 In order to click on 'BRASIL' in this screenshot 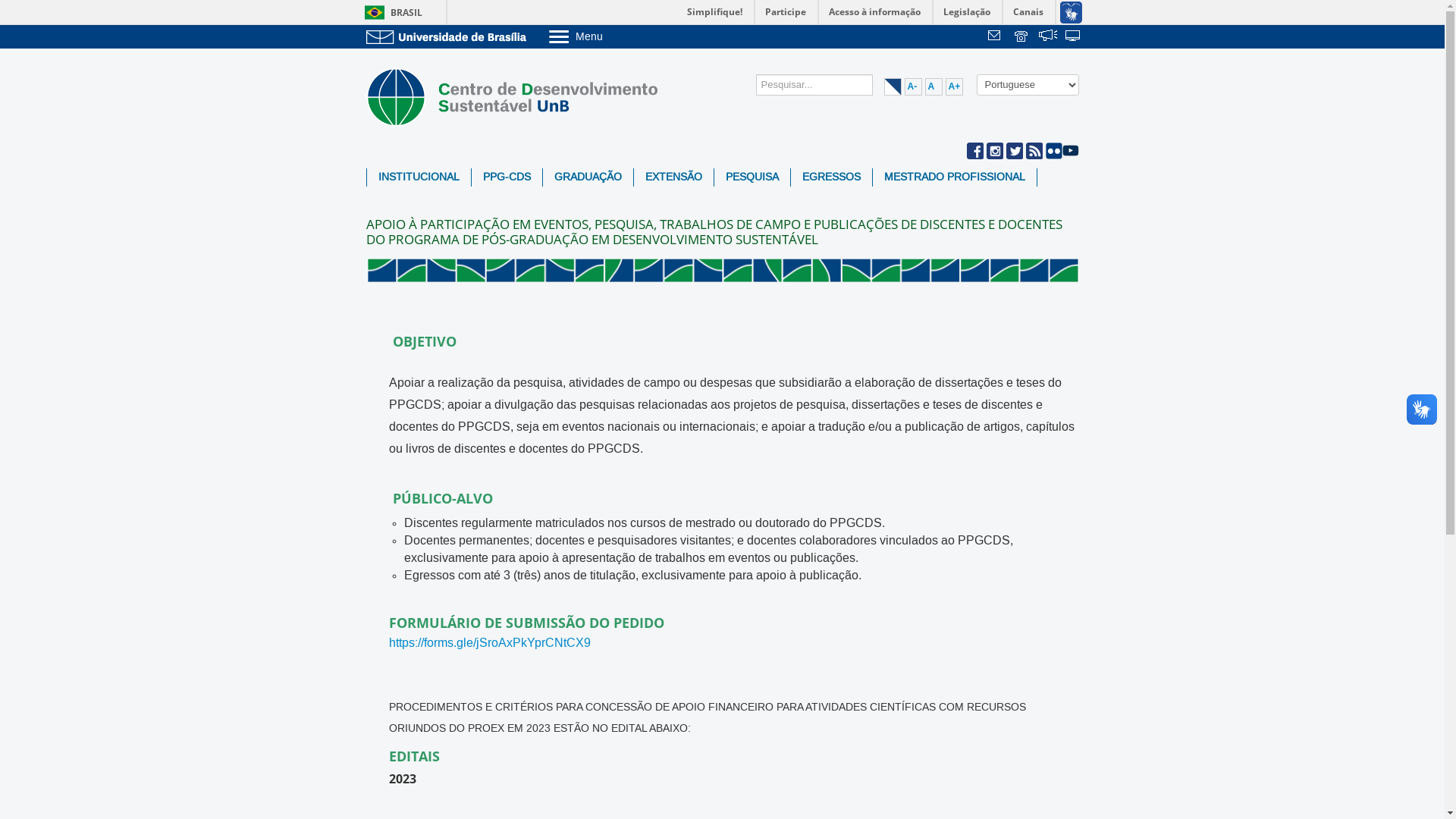, I will do `click(390, 12)`.